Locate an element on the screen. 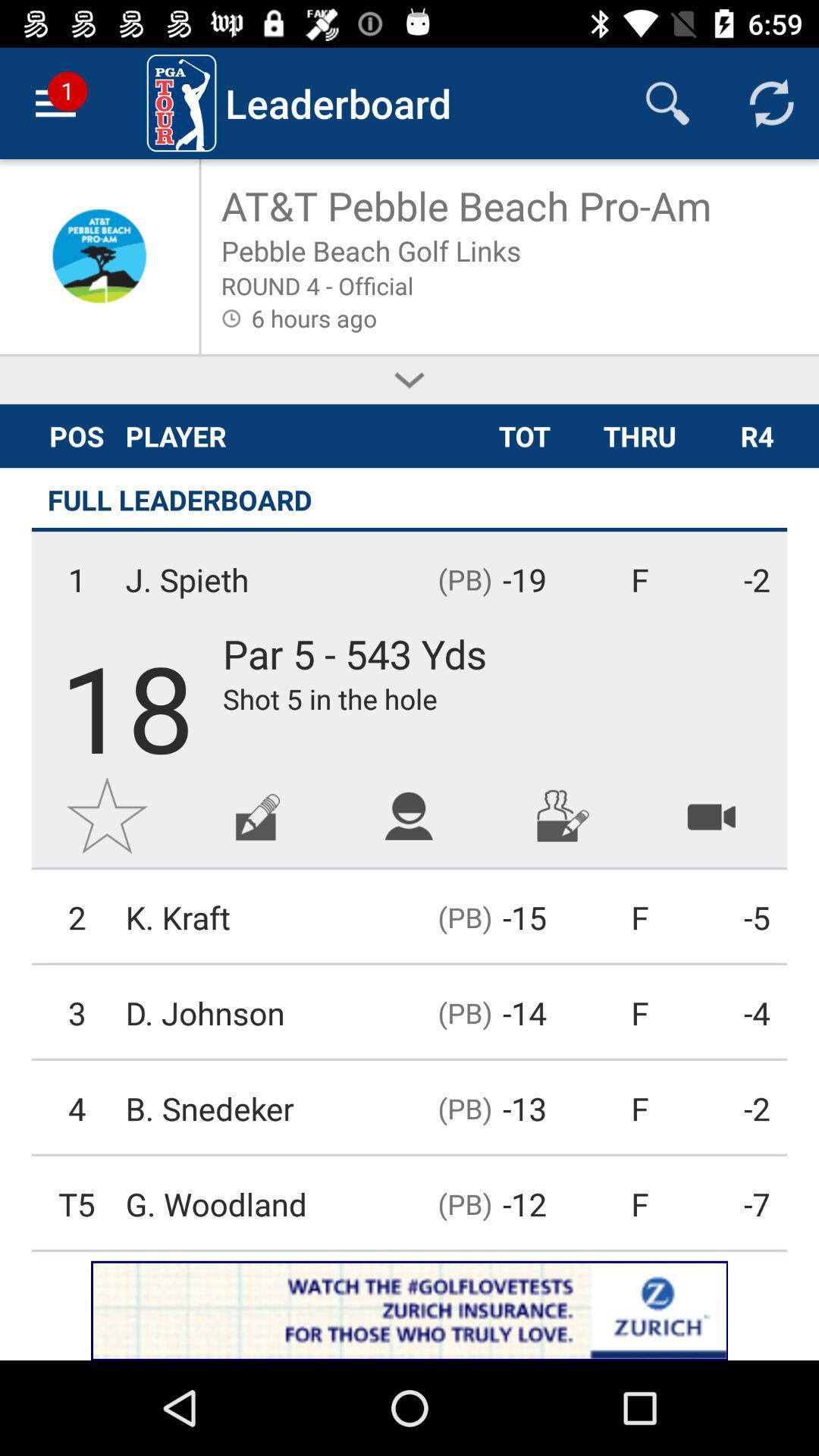 This screenshot has height=1456, width=819. the insurance company is located at coordinates (409, 1310).